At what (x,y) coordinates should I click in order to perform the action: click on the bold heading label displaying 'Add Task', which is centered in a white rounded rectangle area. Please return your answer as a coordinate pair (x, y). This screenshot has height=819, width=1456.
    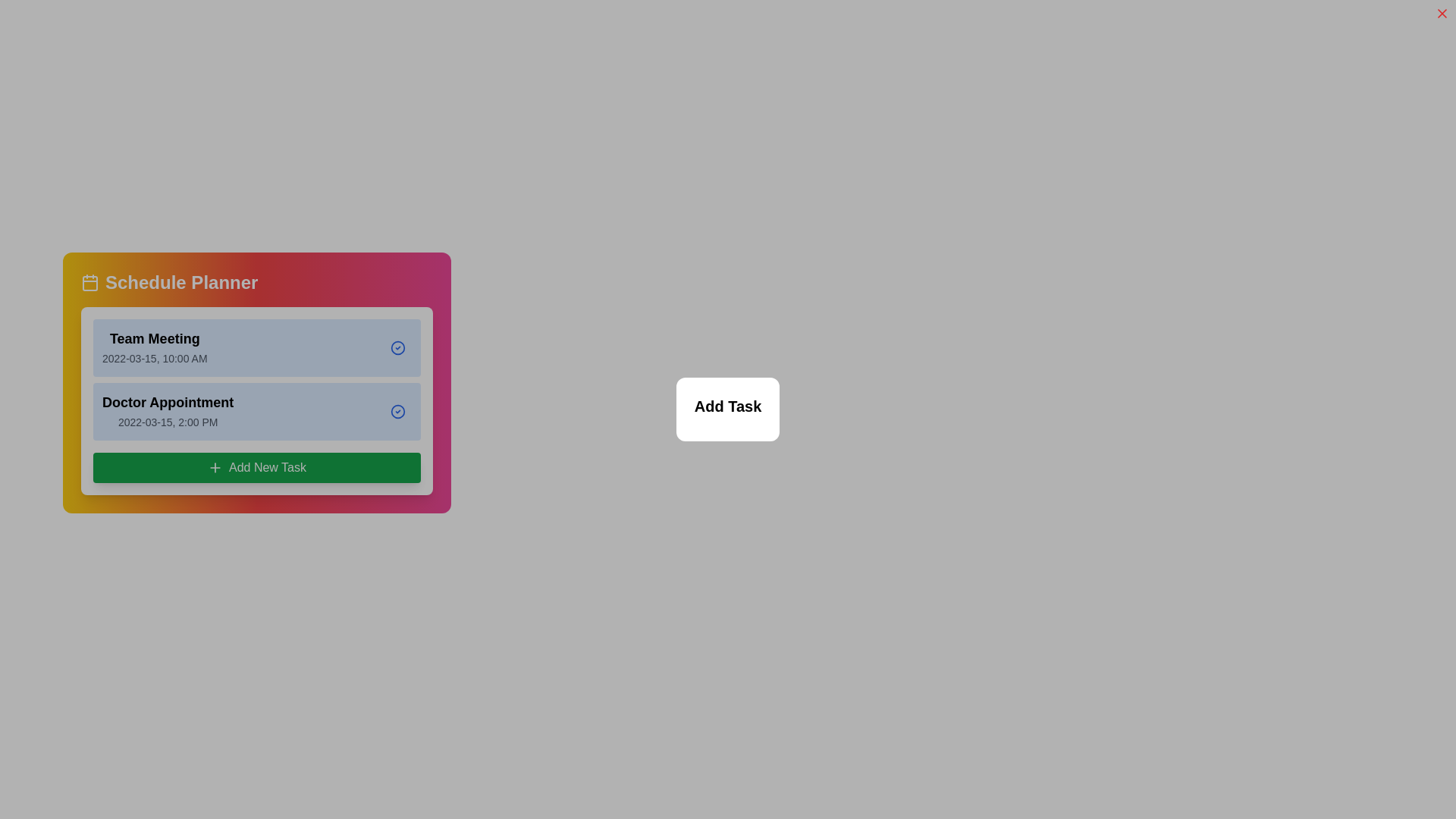
    Looking at the image, I should click on (728, 406).